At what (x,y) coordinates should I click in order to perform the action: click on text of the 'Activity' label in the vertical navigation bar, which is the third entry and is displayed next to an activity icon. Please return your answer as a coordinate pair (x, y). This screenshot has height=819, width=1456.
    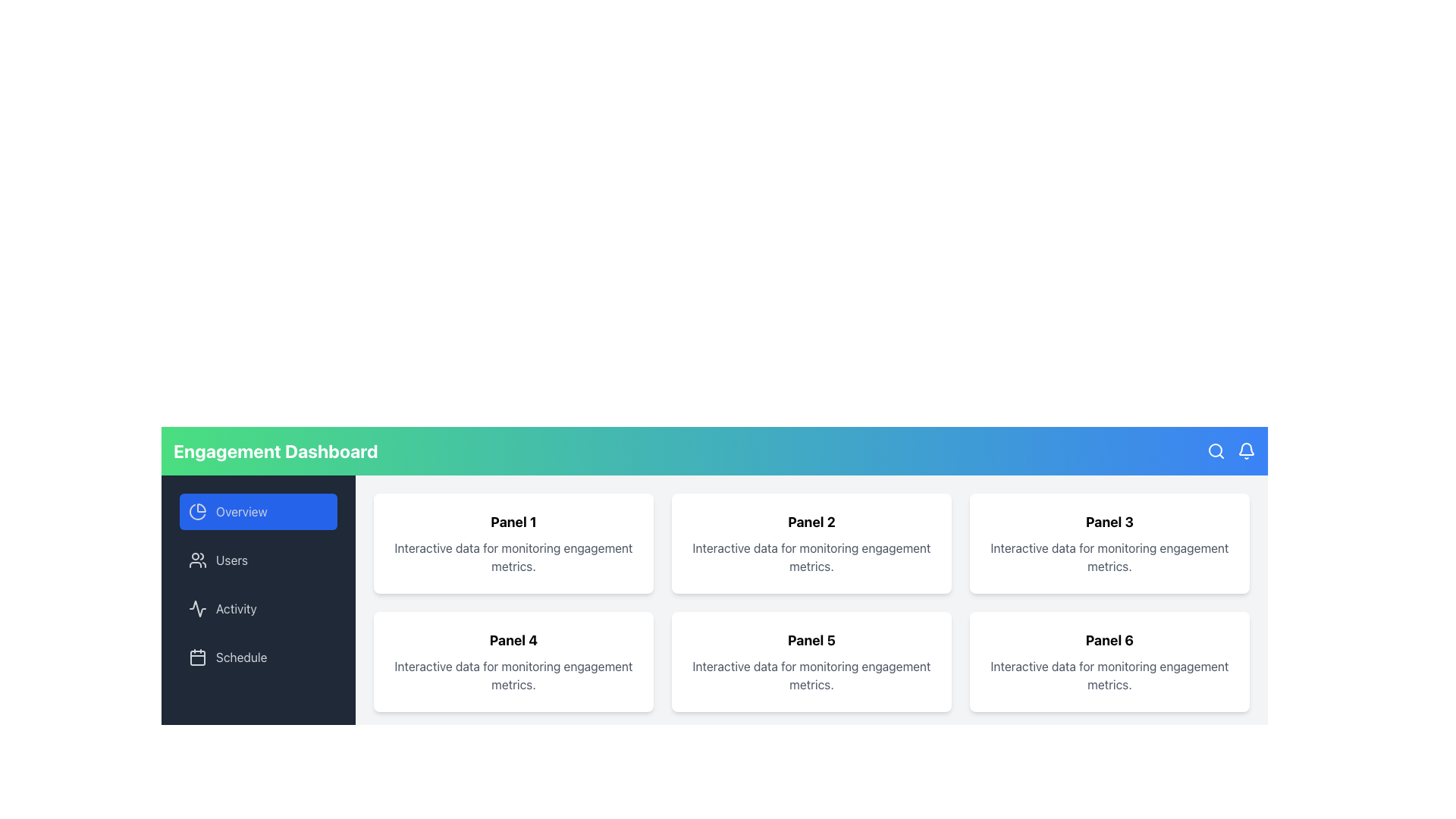
    Looking at the image, I should click on (236, 607).